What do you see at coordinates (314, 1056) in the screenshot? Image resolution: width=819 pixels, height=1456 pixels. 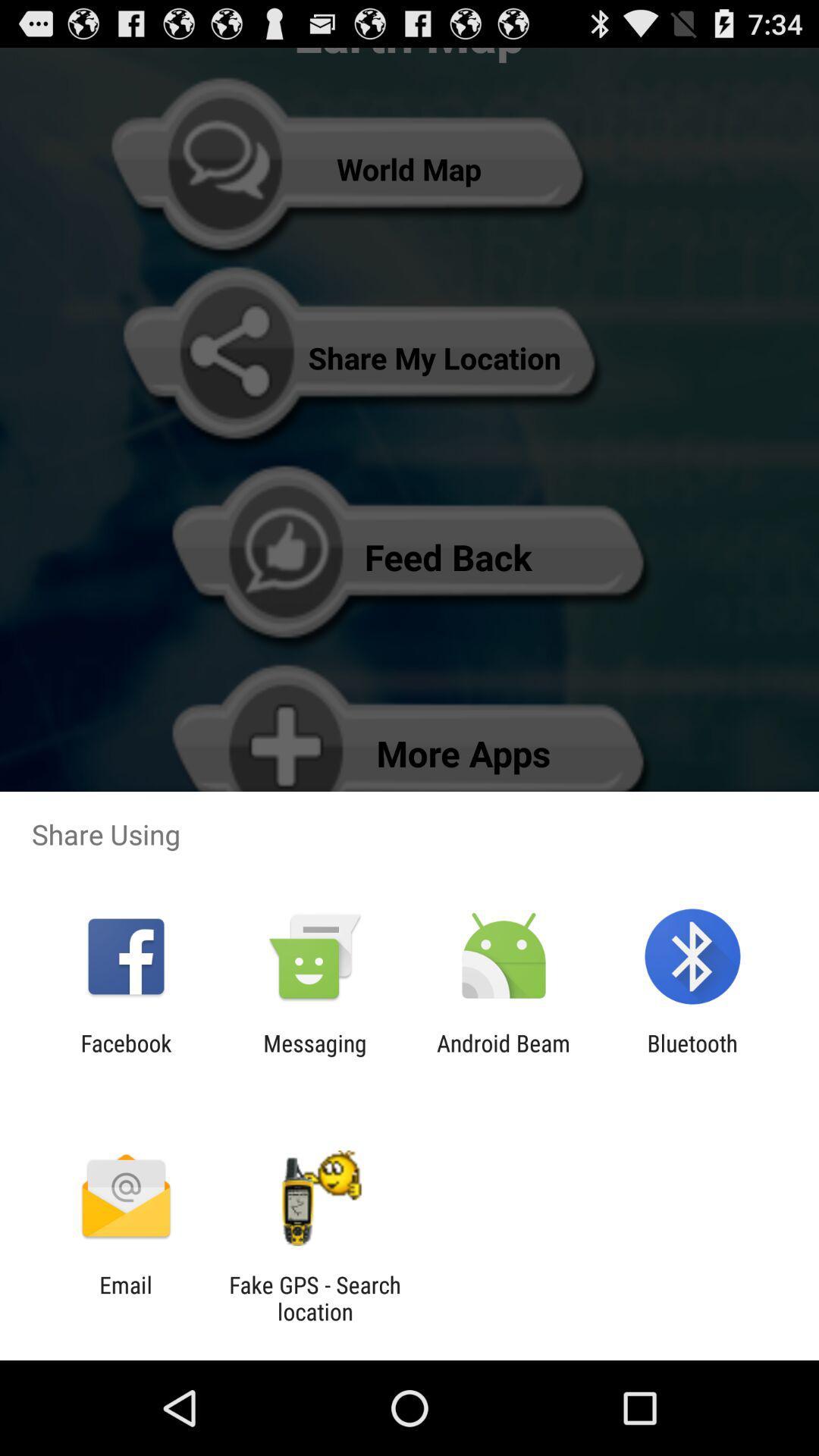 I see `the icon next to the facebook` at bounding box center [314, 1056].